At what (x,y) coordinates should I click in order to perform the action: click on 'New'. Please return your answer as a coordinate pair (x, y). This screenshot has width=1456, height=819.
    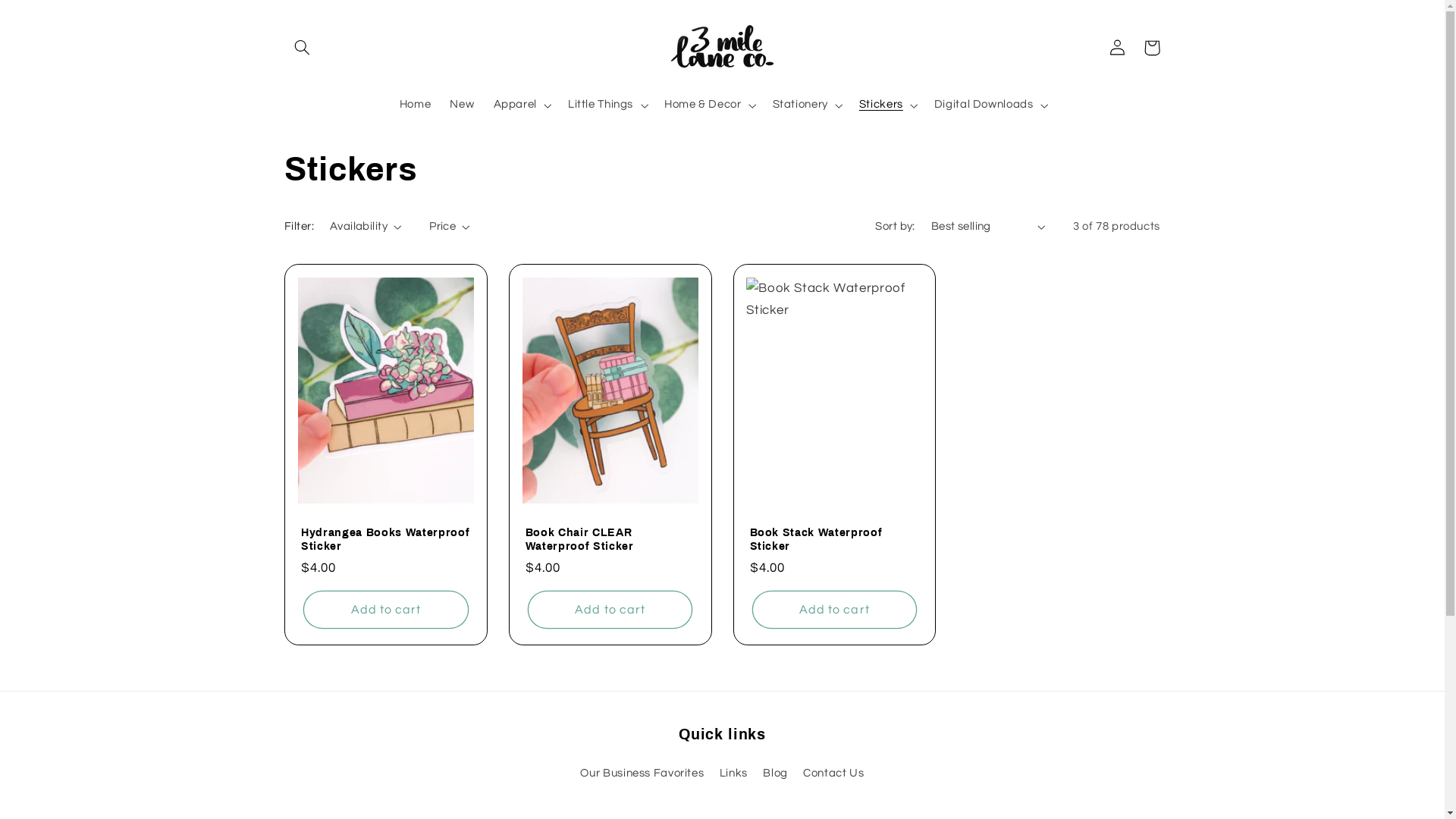
    Looking at the image, I should click on (461, 104).